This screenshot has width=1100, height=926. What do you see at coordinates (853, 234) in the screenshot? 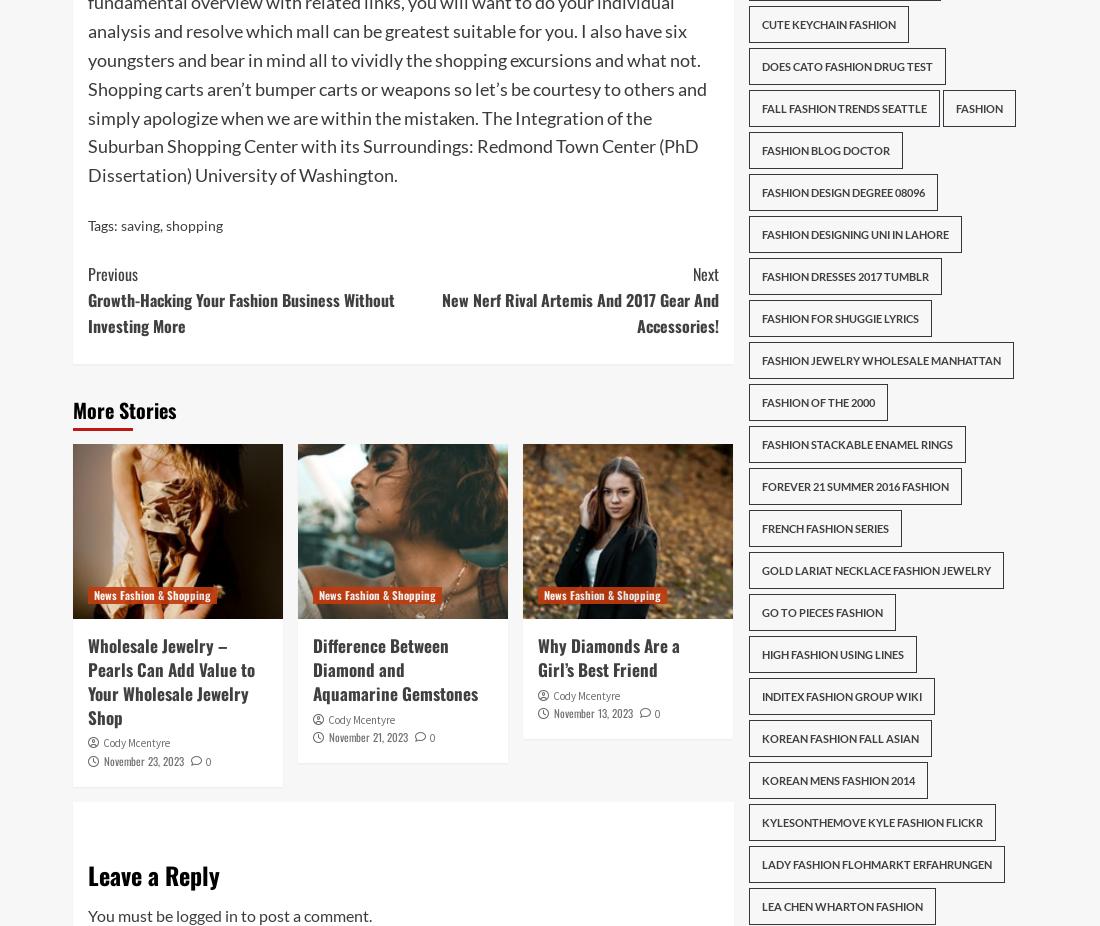
I see `'Fashion Designing Uni In Lahore'` at bounding box center [853, 234].